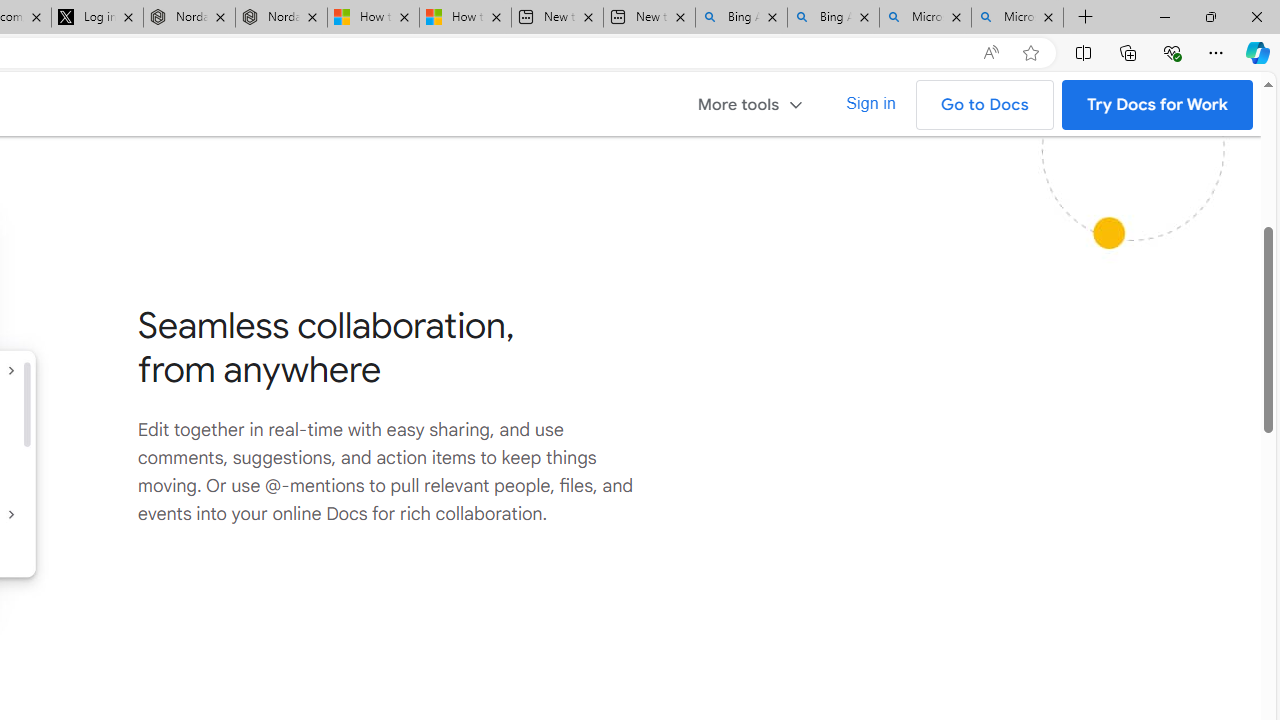  Describe the element at coordinates (991, 52) in the screenshot. I see `'Read aloud this page (Ctrl+Shift+U)'` at that location.